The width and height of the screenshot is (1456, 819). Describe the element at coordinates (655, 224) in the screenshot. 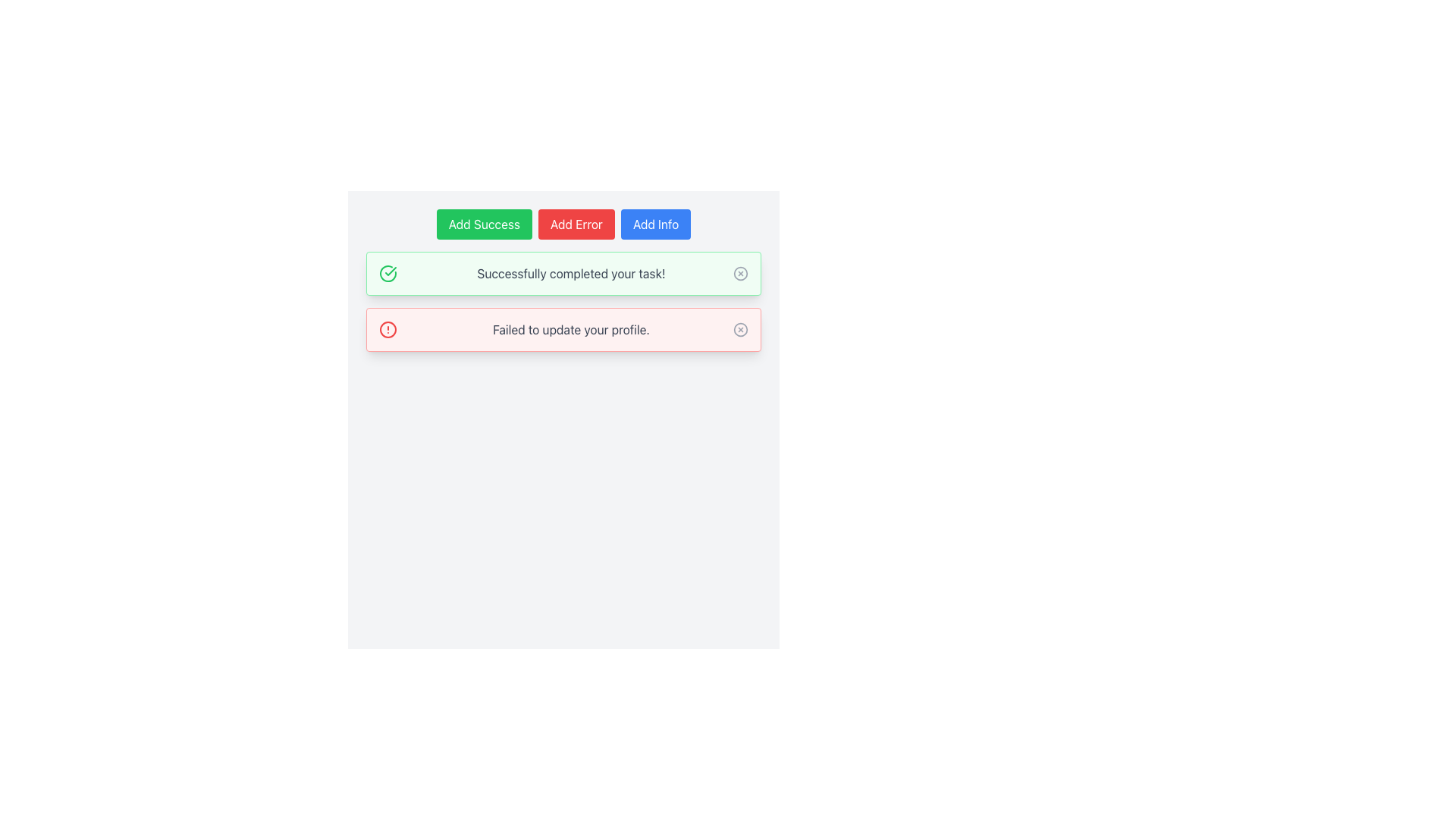

I see `the blue rectangular button labeled 'Add Info'` at that location.